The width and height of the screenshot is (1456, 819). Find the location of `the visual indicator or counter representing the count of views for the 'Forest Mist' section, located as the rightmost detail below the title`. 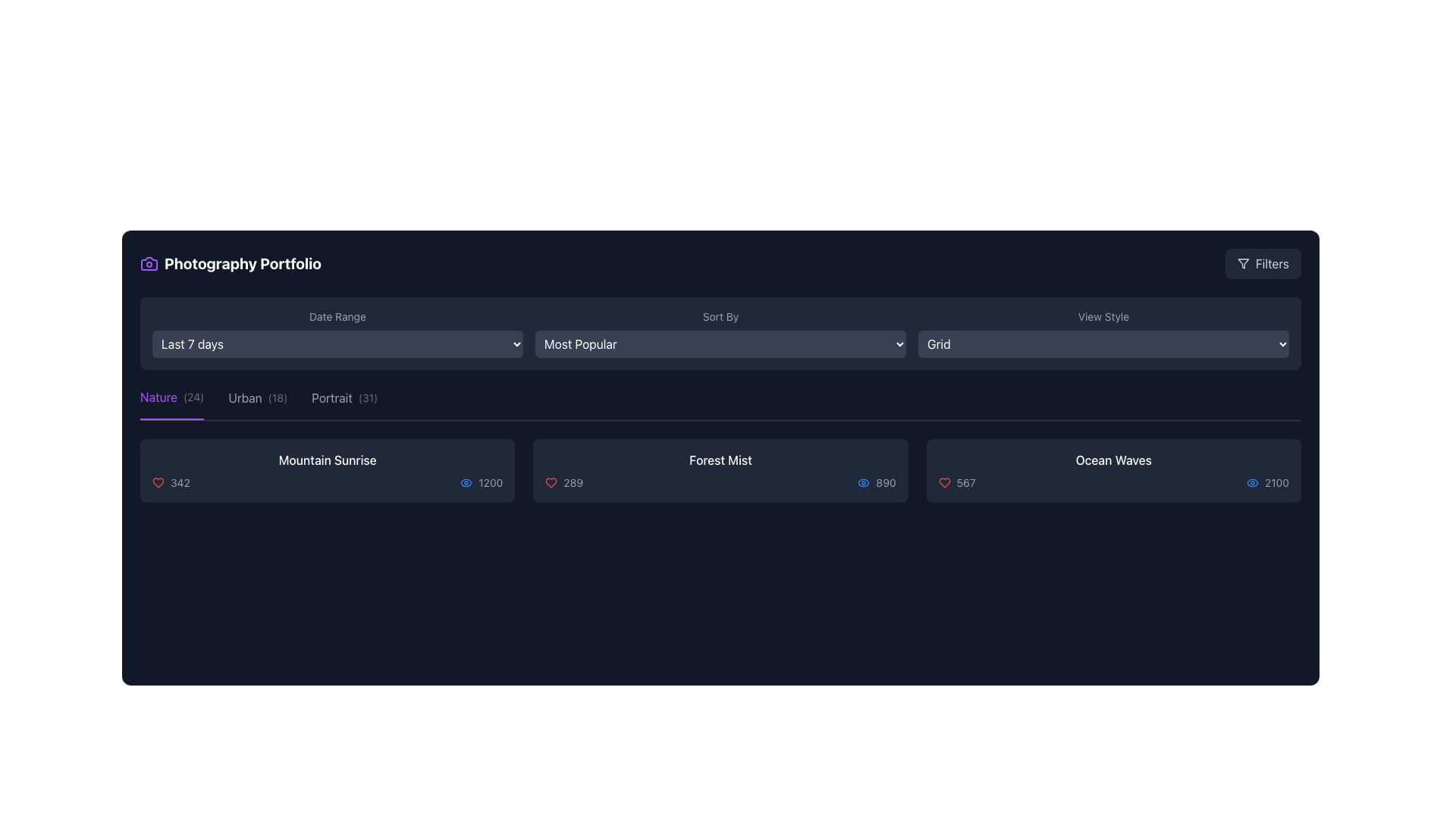

the visual indicator or counter representing the count of views for the 'Forest Mist' section, located as the rightmost detail below the title is located at coordinates (877, 482).